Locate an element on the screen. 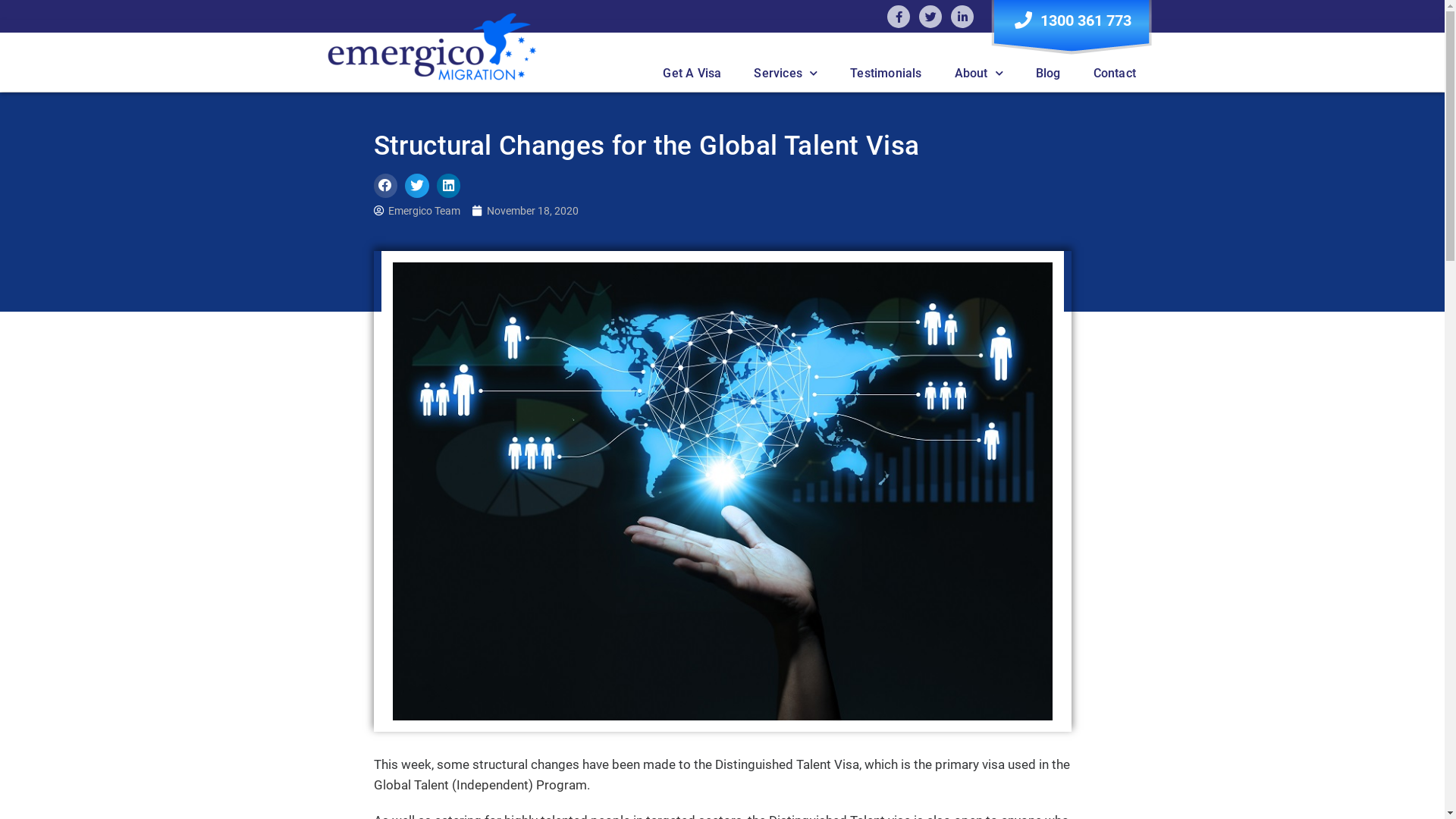 This screenshot has height=819, width=1456. 'Services' is located at coordinates (786, 73).